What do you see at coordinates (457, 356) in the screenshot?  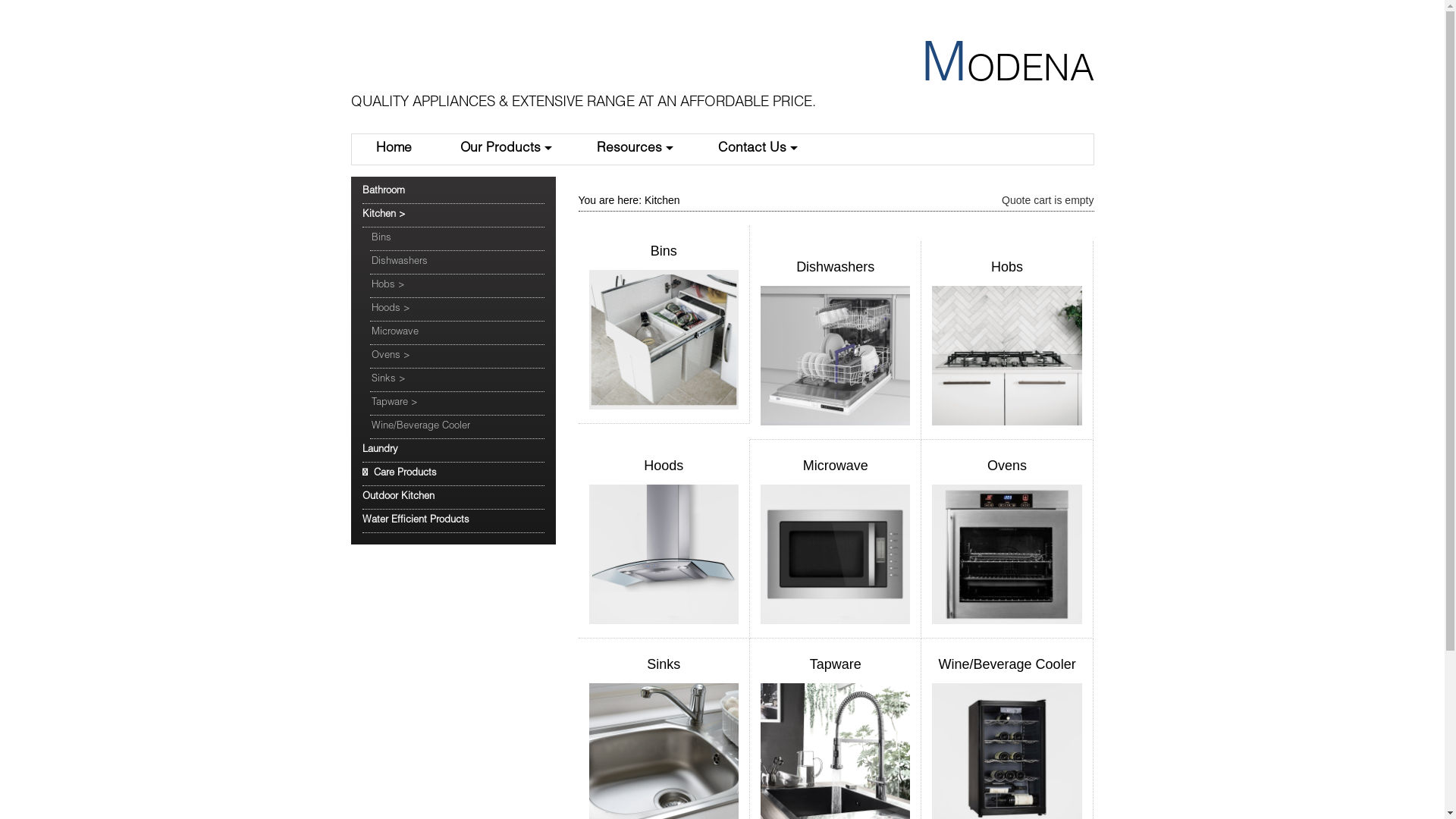 I see `'Ovens >'` at bounding box center [457, 356].